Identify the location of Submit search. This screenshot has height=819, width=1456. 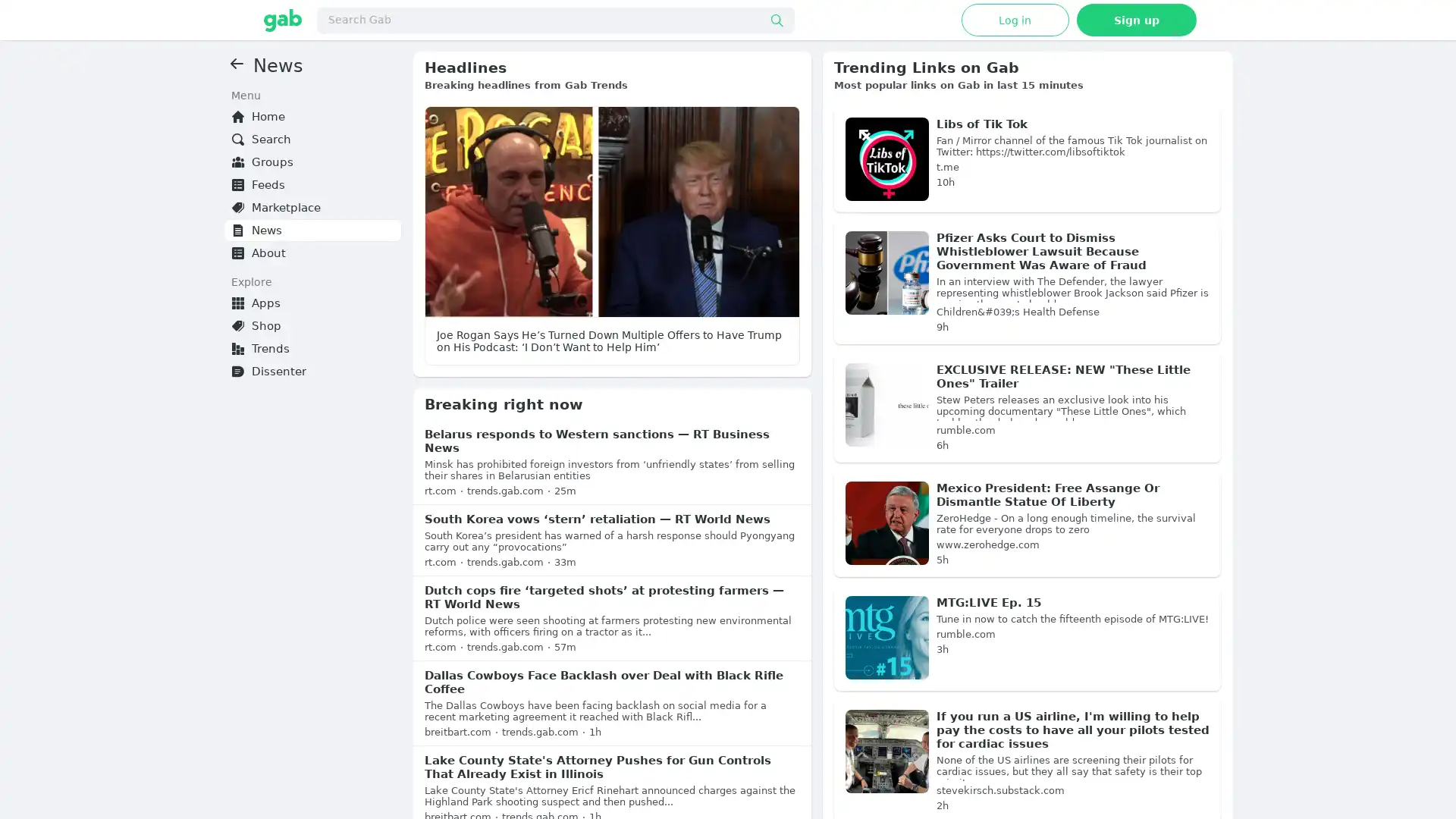
(776, 20).